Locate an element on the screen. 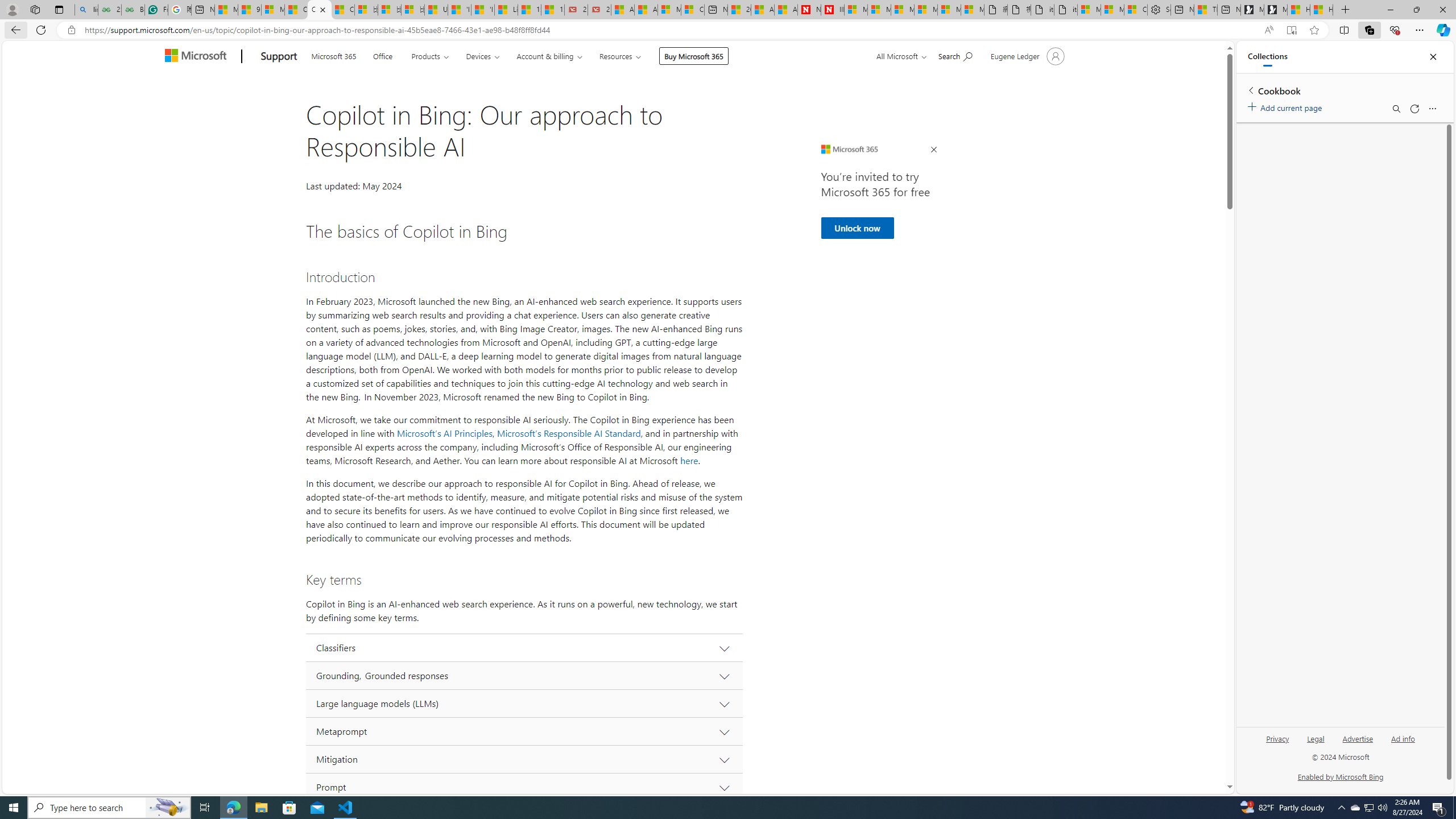 The width and height of the screenshot is (1456, 819). 'Search' is located at coordinates (1396, 109).